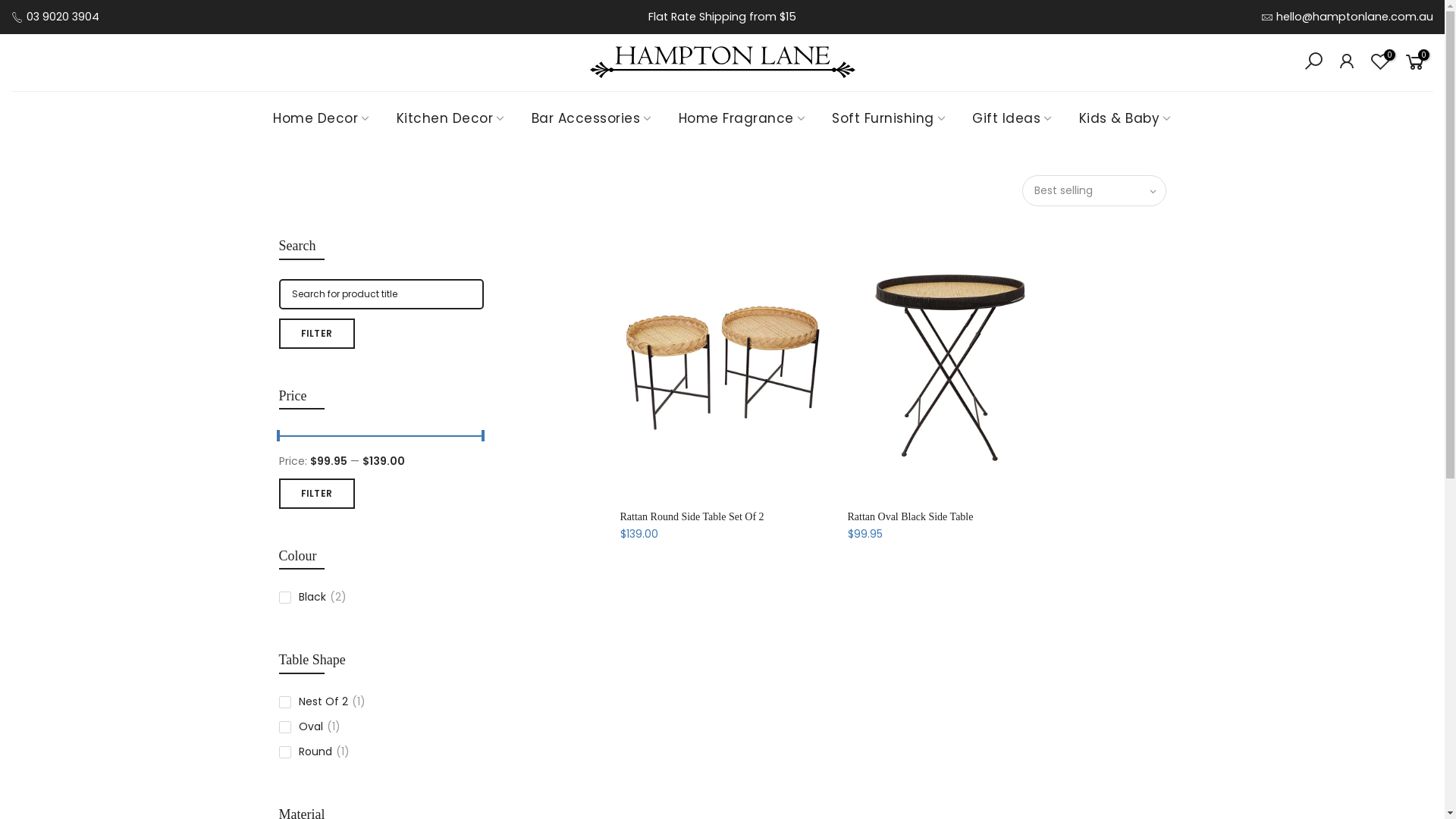 This screenshot has height=819, width=1456. What do you see at coordinates (691, 516) in the screenshot?
I see `'Rattan Round Side Table Set Of 2'` at bounding box center [691, 516].